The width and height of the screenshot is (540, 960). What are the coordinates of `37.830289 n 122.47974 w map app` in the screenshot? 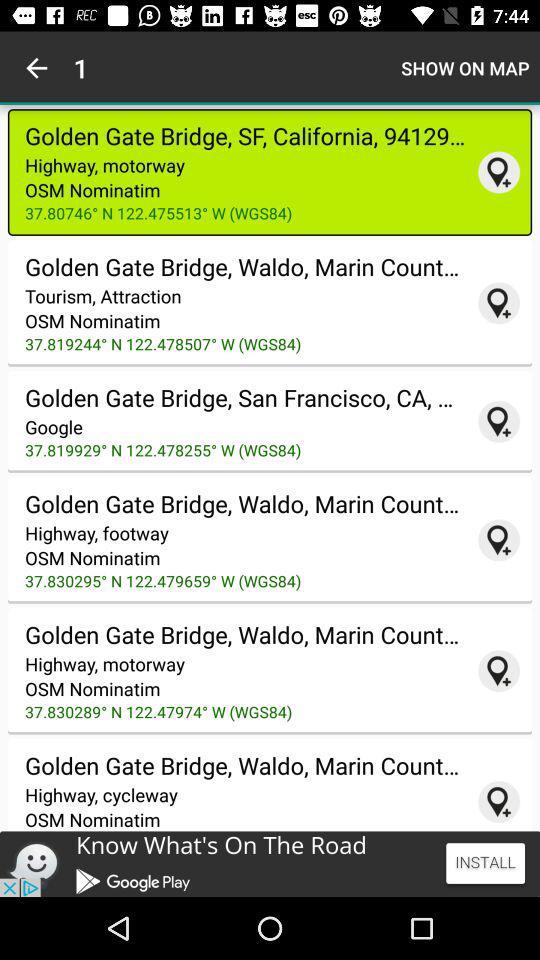 It's located at (498, 671).